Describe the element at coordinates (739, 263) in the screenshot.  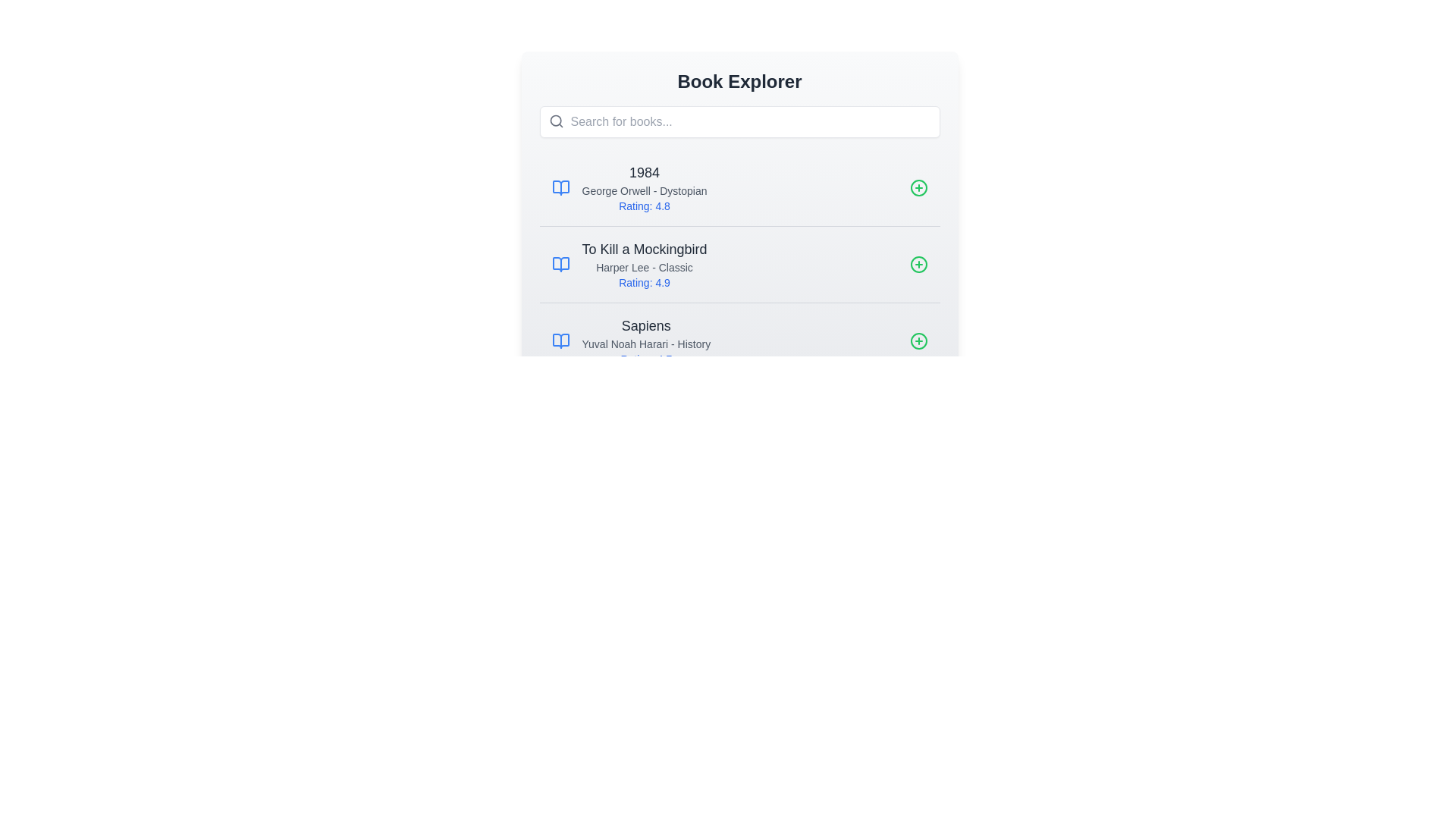
I see `the clickable list item displaying 'To Kill a Mockingbird', which is the second item in the vertical list of book entries` at that location.